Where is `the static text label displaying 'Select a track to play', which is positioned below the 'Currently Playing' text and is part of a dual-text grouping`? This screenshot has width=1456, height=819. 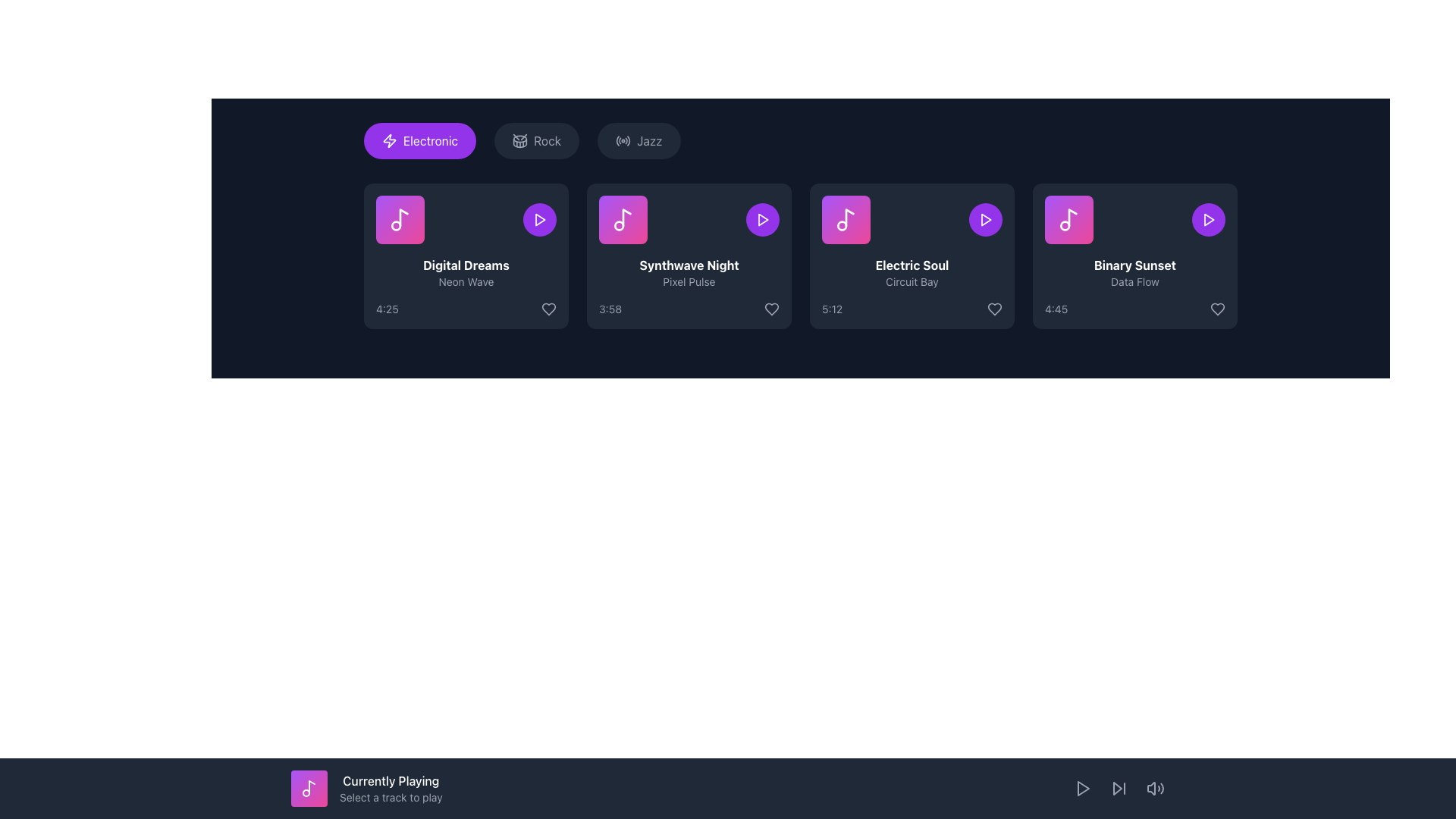 the static text label displaying 'Select a track to play', which is positioned below the 'Currently Playing' text and is part of a dual-text grouping is located at coordinates (391, 797).